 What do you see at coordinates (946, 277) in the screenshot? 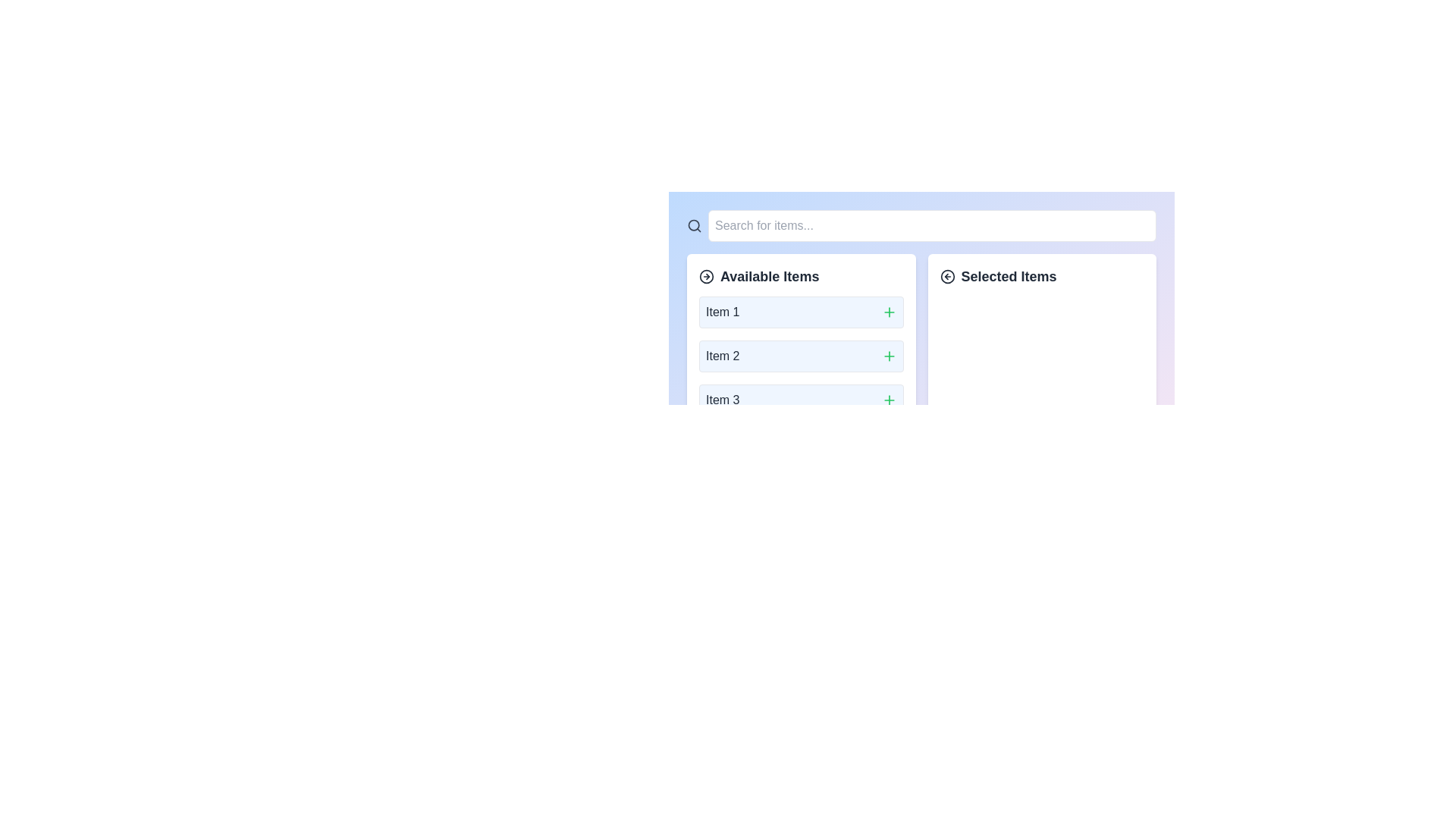
I see `the circular graphical shape that is part of an icon with a leftward arrow, located to the left of the 'Selected Items' header` at bounding box center [946, 277].